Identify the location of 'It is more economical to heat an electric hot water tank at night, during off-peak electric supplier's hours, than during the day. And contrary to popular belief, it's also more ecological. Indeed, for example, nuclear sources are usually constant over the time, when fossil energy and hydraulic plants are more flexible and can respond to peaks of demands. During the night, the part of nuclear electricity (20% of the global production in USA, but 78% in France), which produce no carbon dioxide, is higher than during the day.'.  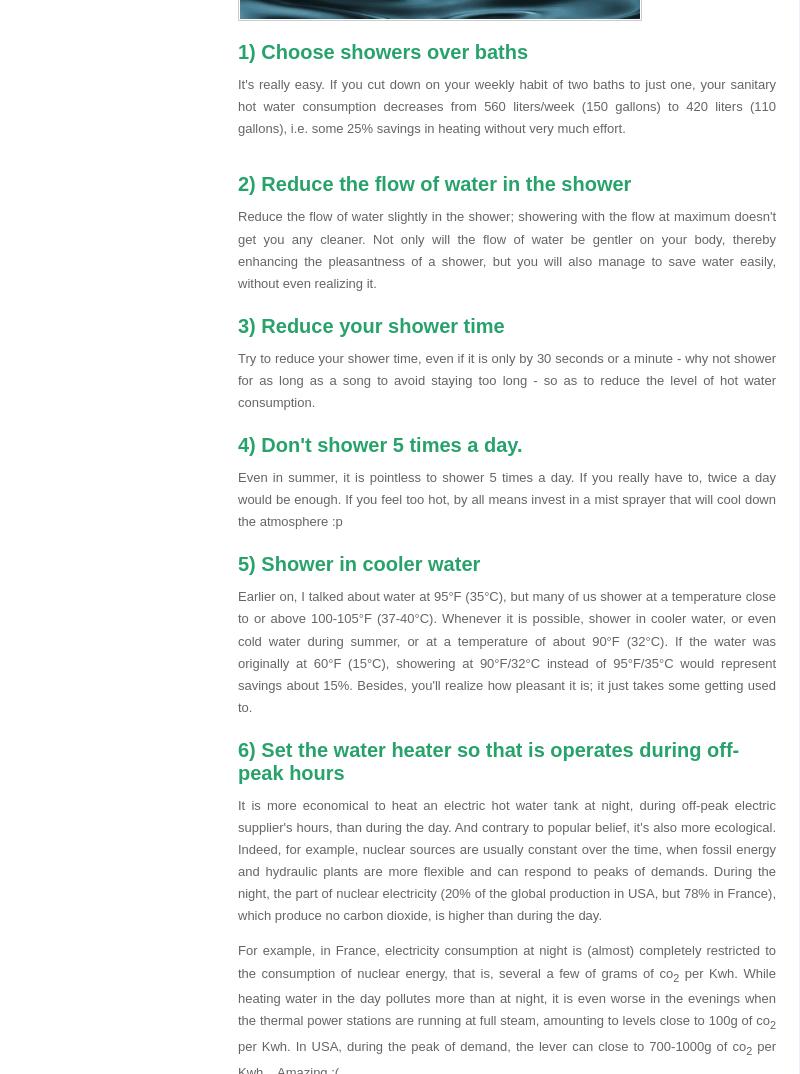
(506, 859).